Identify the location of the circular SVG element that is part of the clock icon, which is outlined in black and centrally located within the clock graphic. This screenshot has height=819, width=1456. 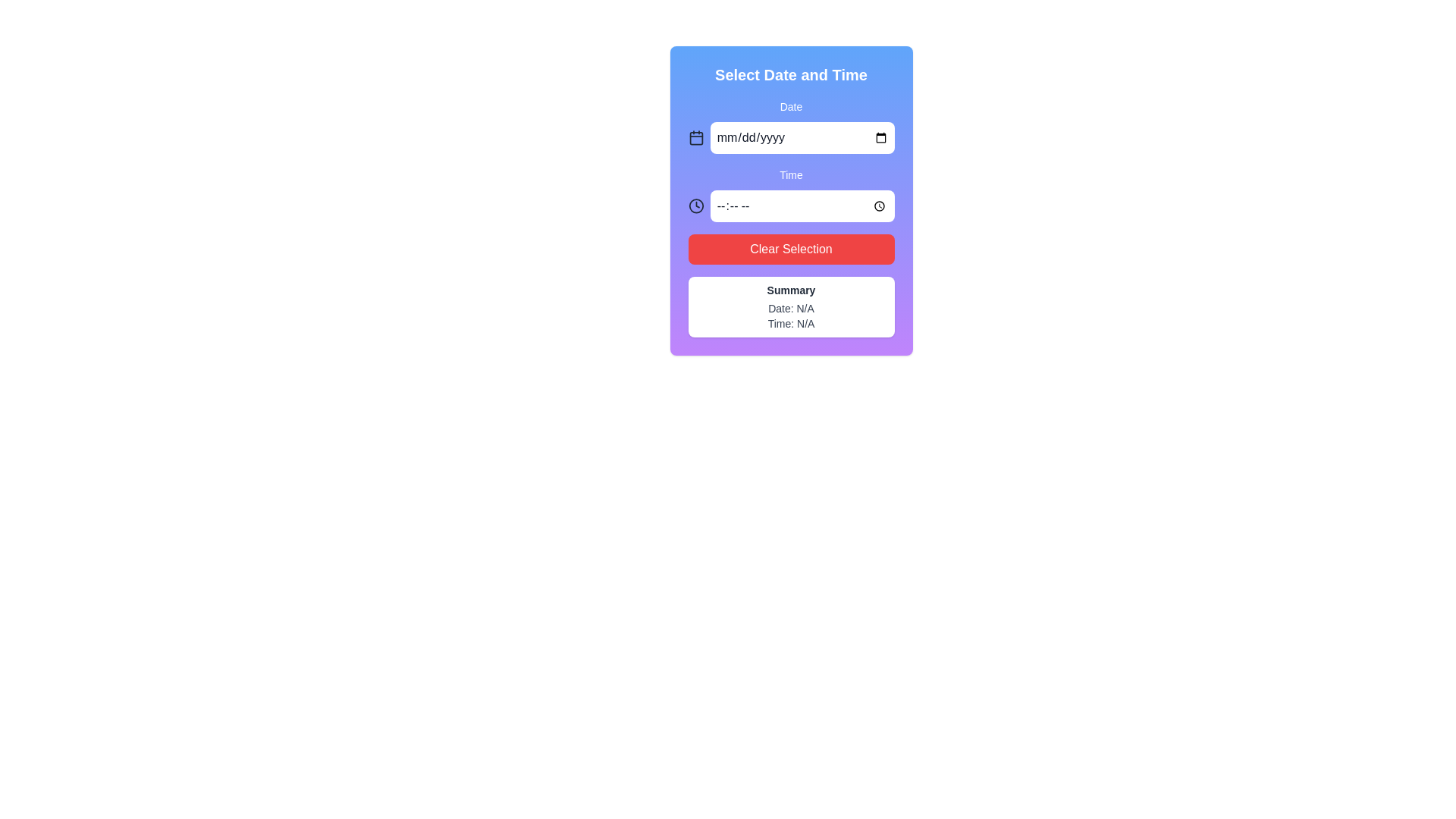
(695, 206).